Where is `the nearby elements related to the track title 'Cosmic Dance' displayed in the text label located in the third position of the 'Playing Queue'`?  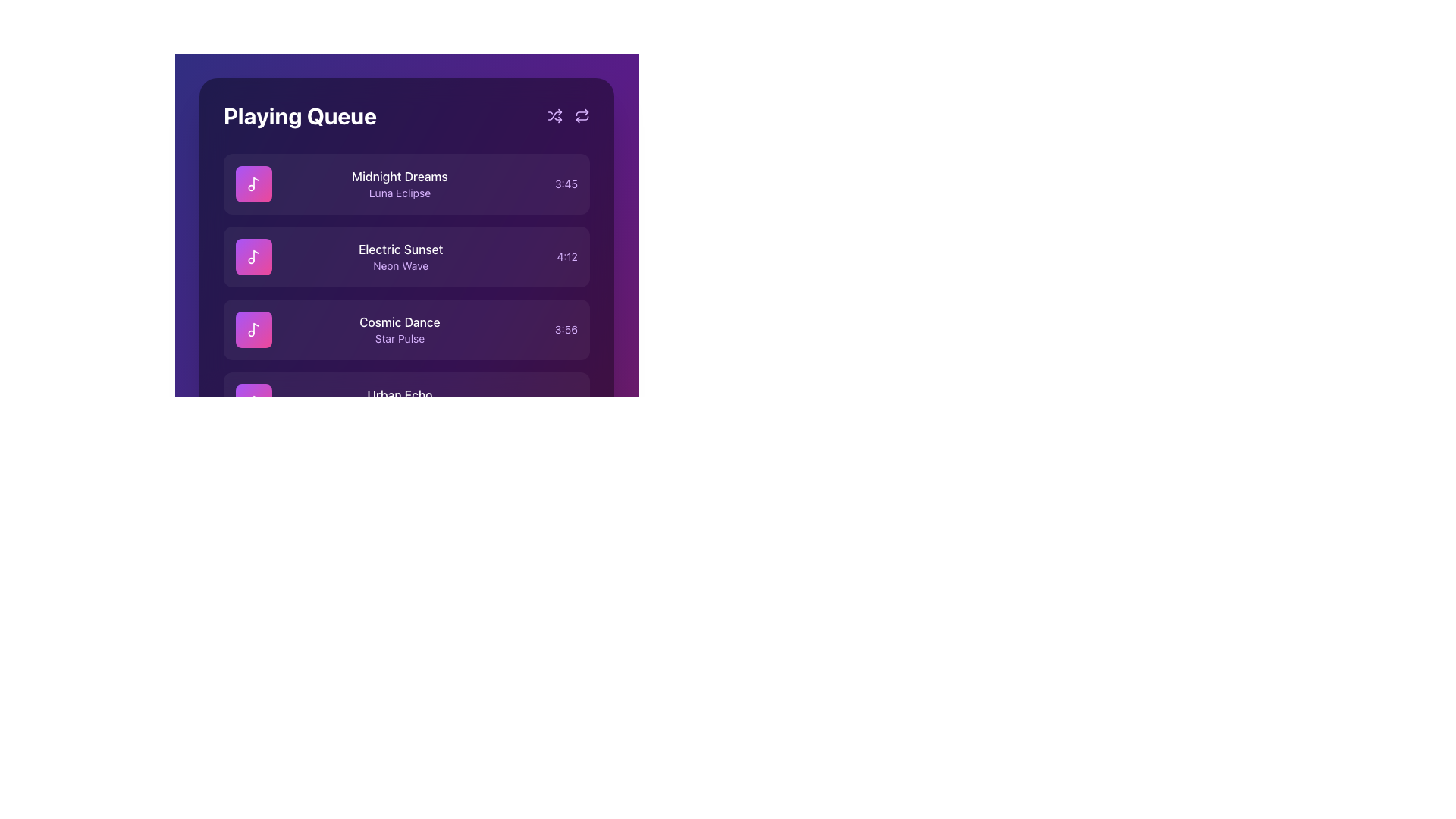
the nearby elements related to the track title 'Cosmic Dance' displayed in the text label located in the third position of the 'Playing Queue' is located at coordinates (400, 321).